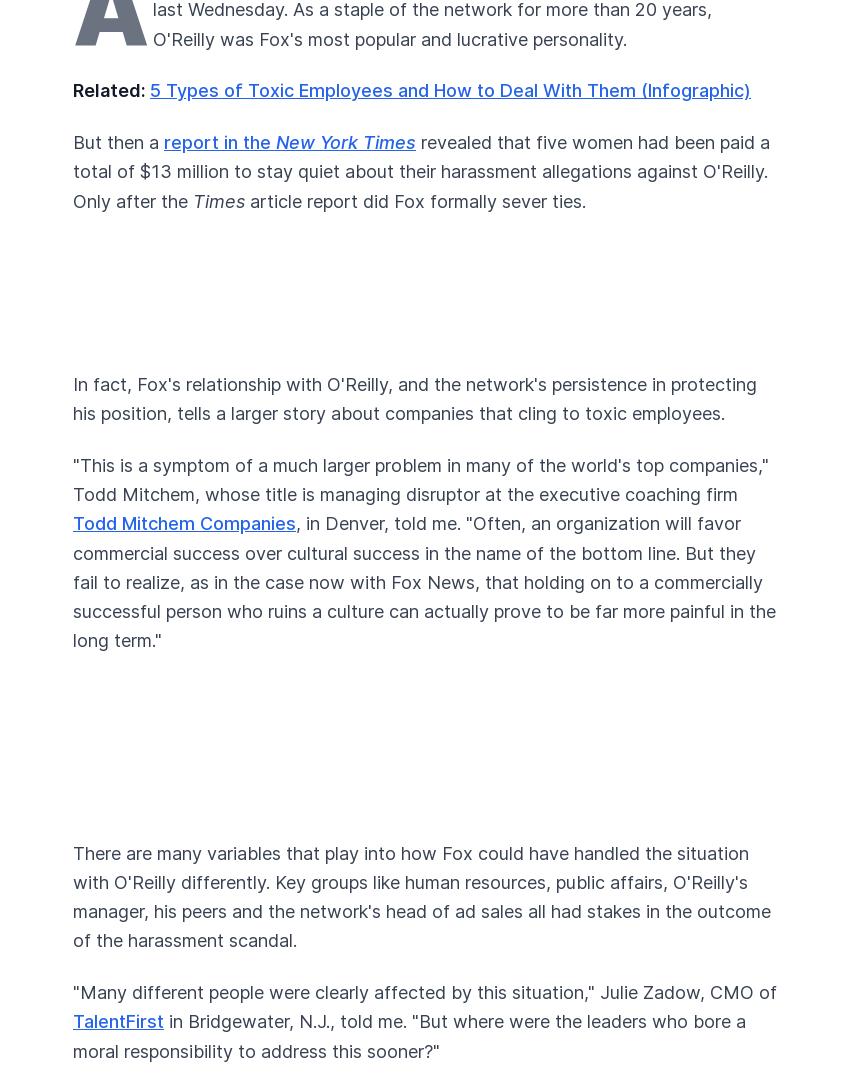  What do you see at coordinates (294, 690) in the screenshot?
I see `'Privacy Policy'` at bounding box center [294, 690].